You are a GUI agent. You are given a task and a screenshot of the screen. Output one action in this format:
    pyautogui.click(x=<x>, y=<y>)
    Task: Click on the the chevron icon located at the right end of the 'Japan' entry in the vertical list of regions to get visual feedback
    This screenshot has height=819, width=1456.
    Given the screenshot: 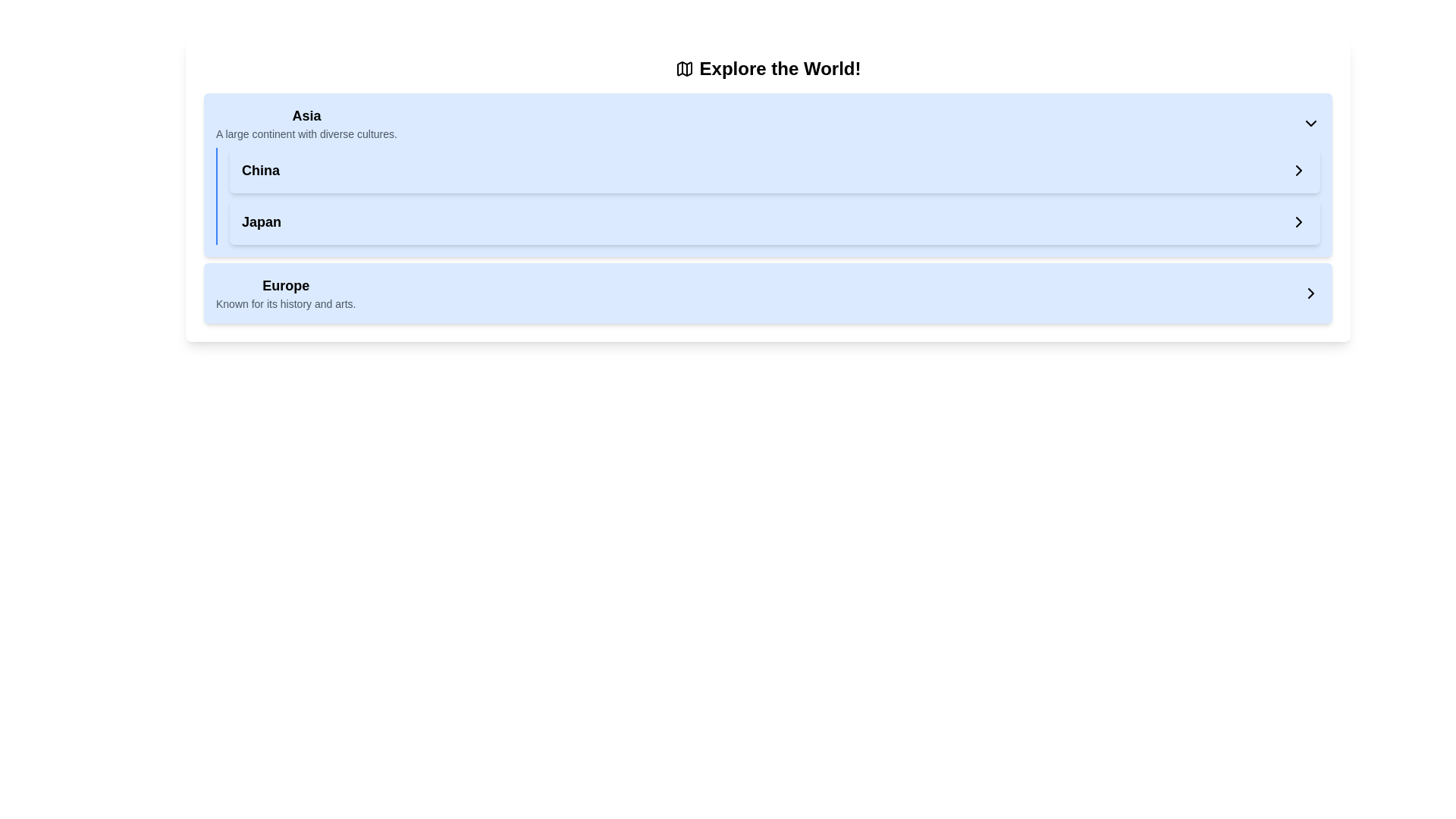 What is the action you would take?
    pyautogui.click(x=1298, y=170)
    